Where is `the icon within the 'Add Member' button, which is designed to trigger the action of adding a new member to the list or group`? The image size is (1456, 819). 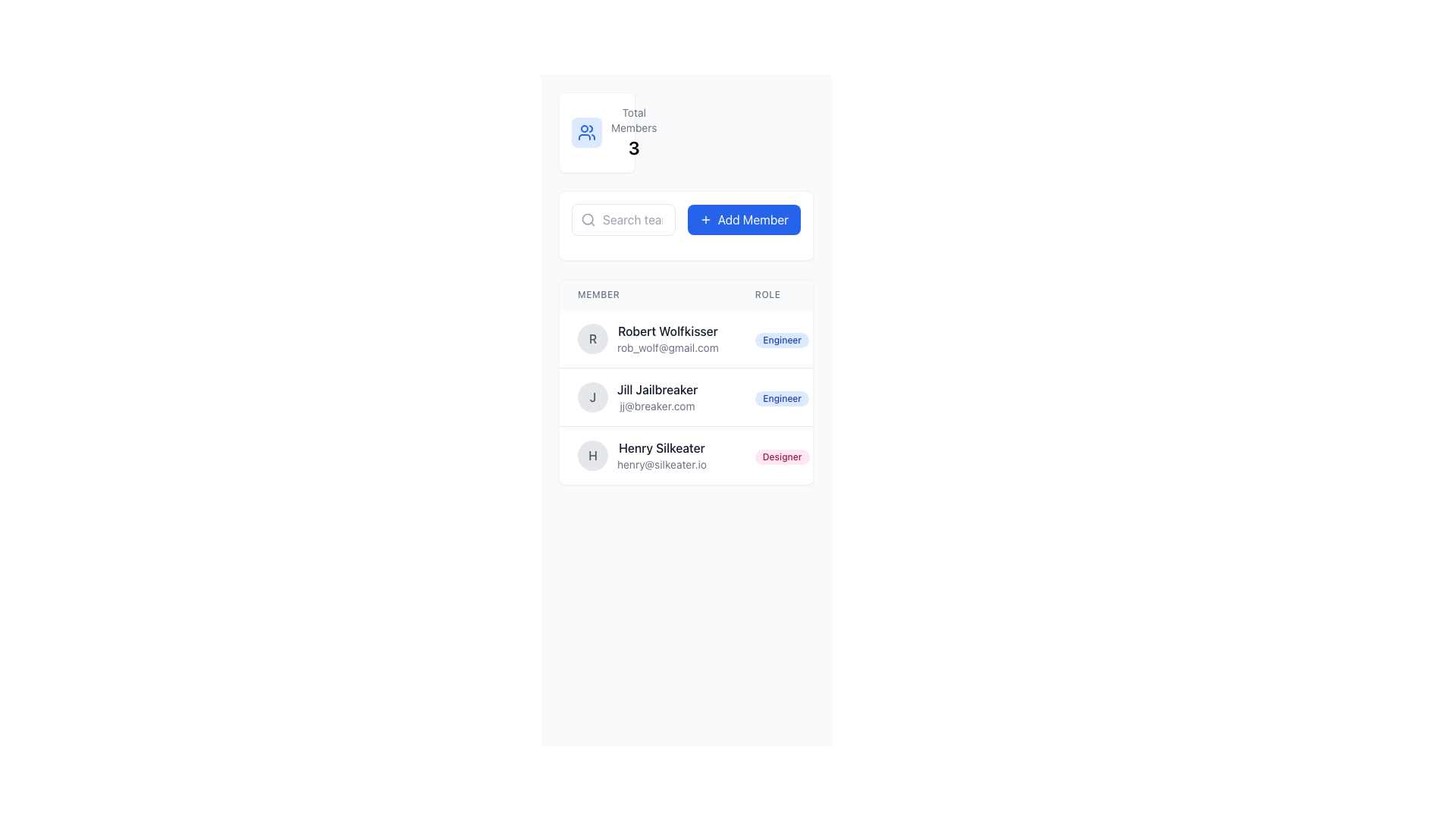 the icon within the 'Add Member' button, which is designed to trigger the action of adding a new member to the list or group is located at coordinates (704, 219).